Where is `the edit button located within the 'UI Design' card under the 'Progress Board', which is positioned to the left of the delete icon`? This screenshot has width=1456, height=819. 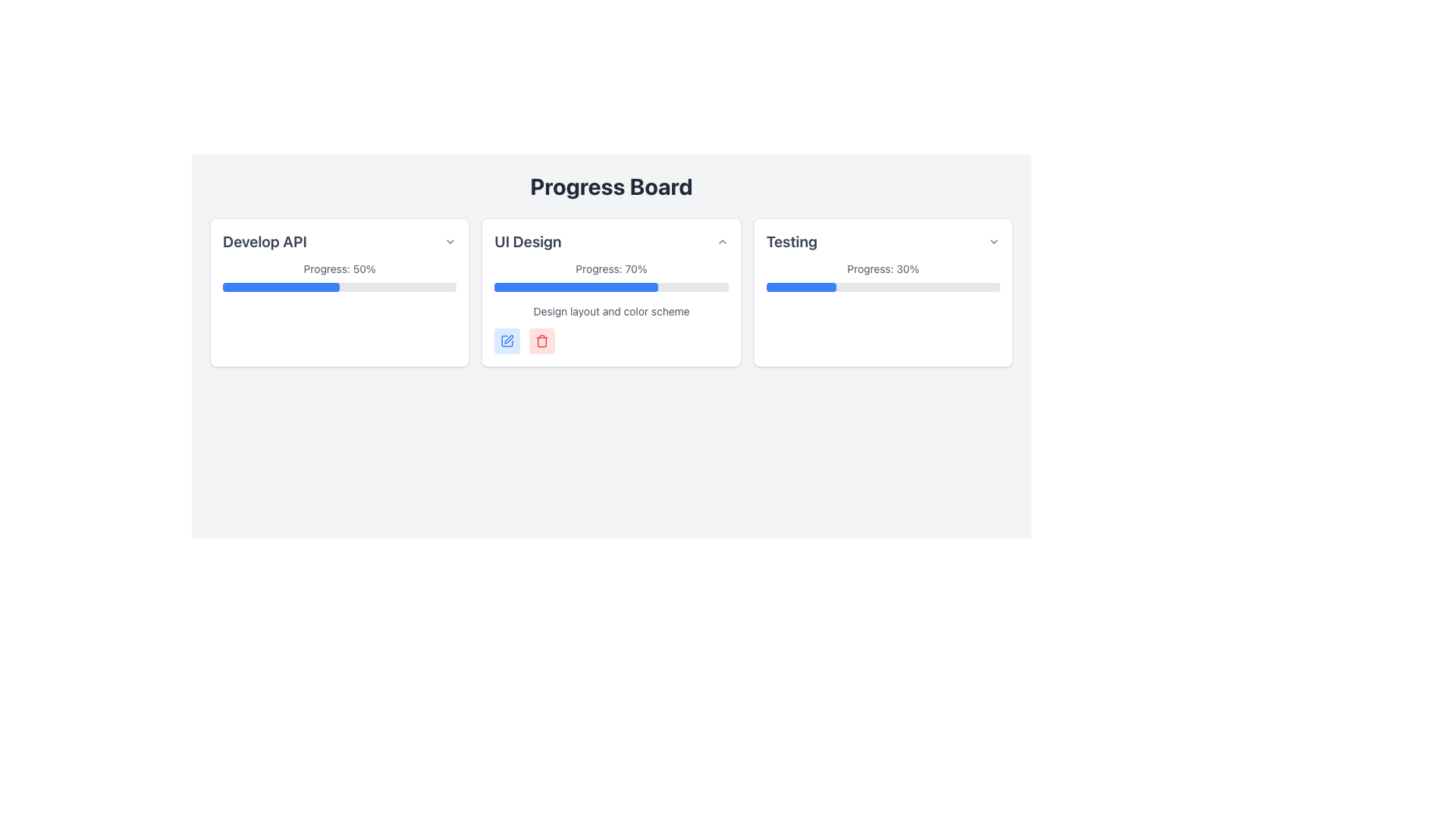
the edit button located within the 'UI Design' card under the 'Progress Board', which is positioned to the left of the delete icon is located at coordinates (509, 338).